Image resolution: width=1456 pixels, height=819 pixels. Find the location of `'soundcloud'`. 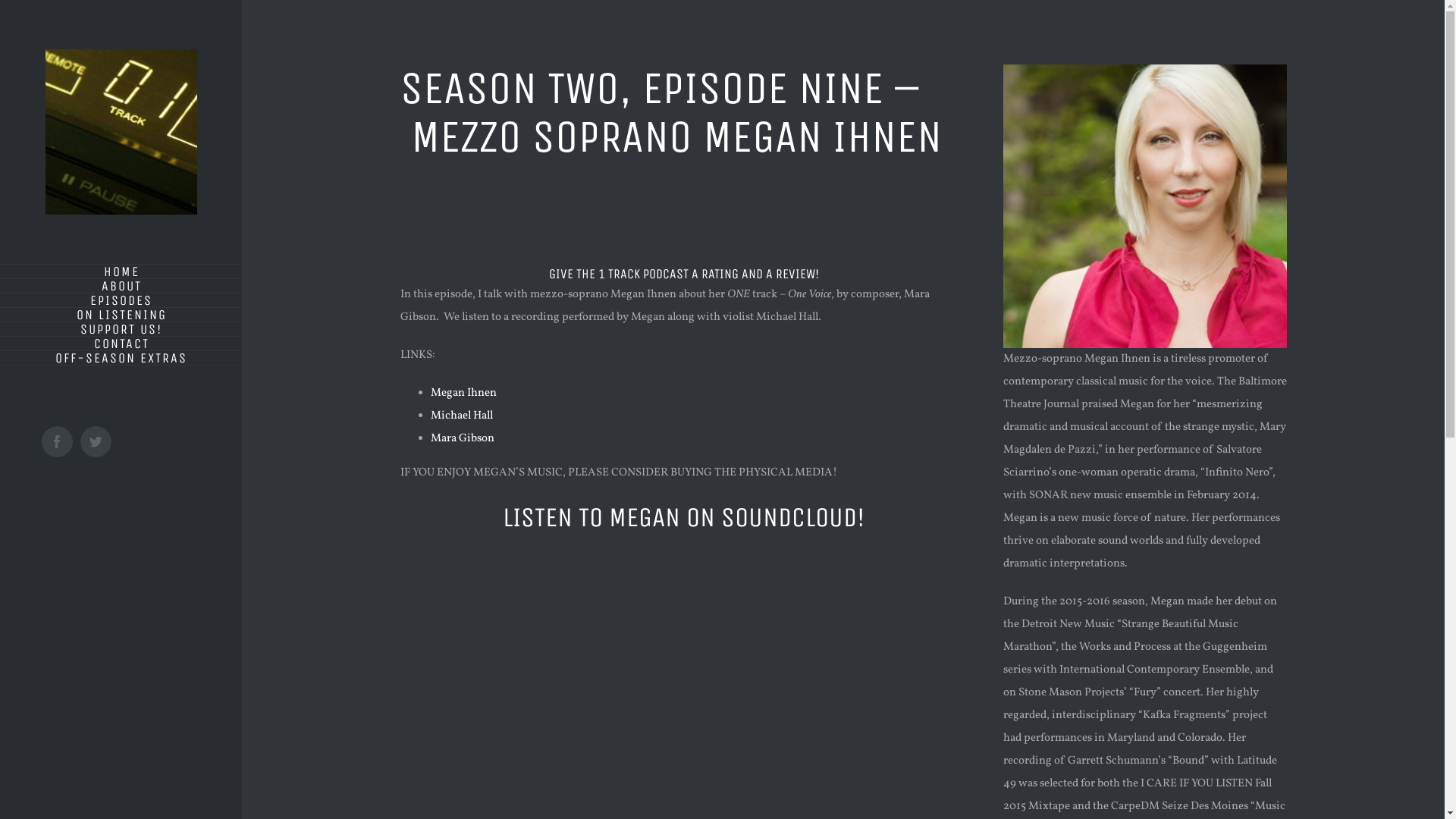

'soundcloud' is located at coordinates (400, 598).